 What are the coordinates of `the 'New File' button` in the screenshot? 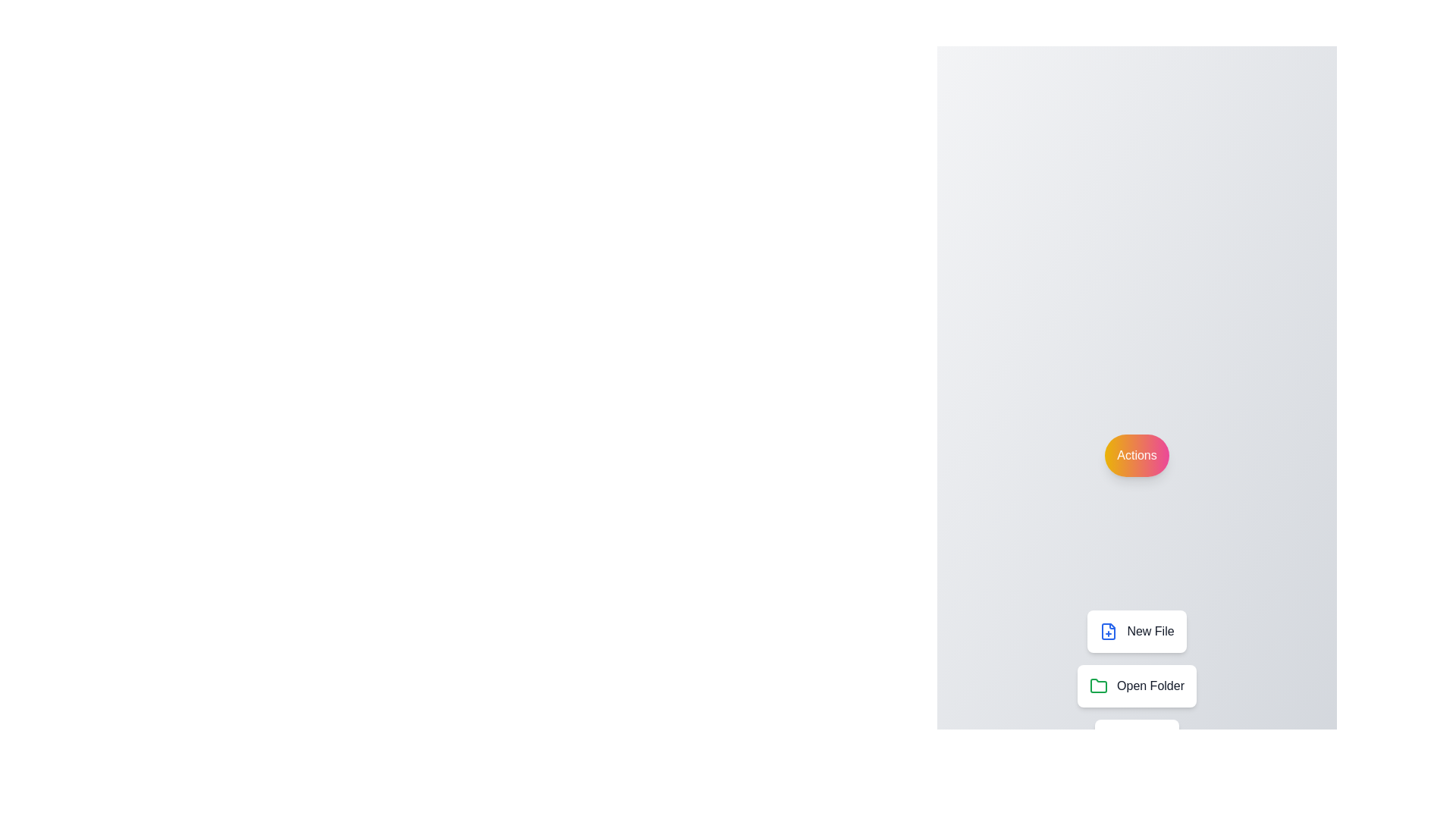 It's located at (1137, 632).